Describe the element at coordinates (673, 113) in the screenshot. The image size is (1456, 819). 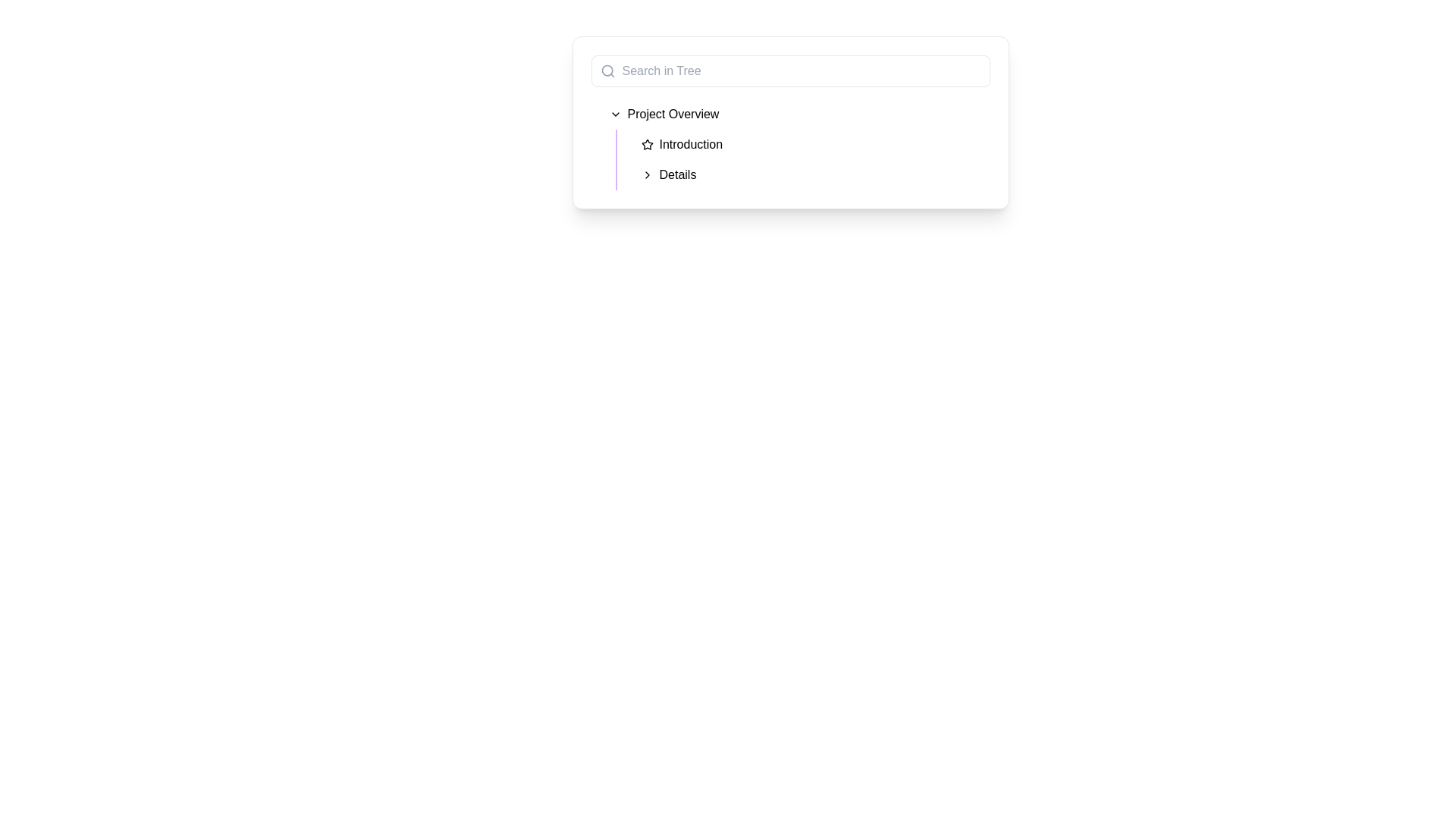
I see `the text label indicating the section or category name within the navigation panel for interaction` at that location.